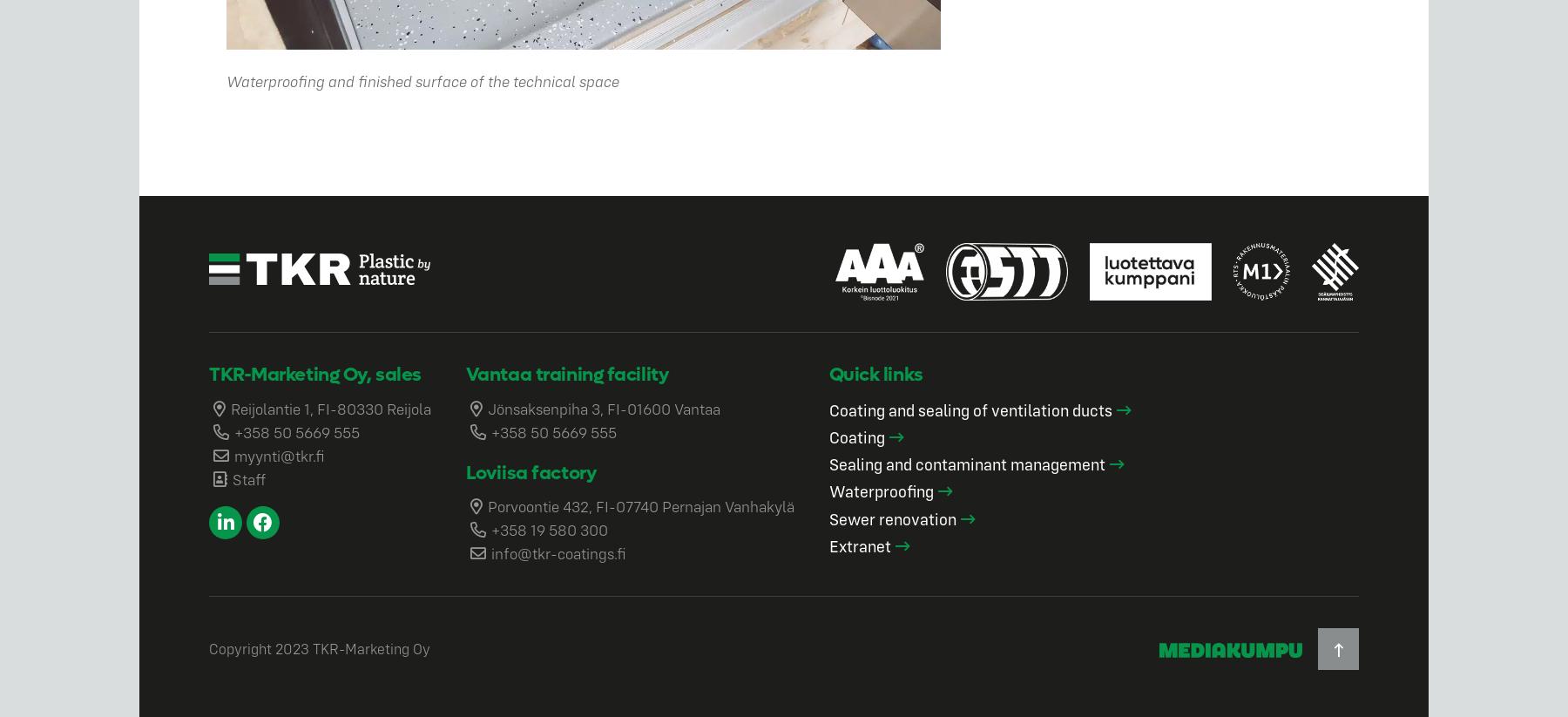 This screenshot has height=717, width=1568. Describe the element at coordinates (892, 518) in the screenshot. I see `'Sewer renovation'` at that location.